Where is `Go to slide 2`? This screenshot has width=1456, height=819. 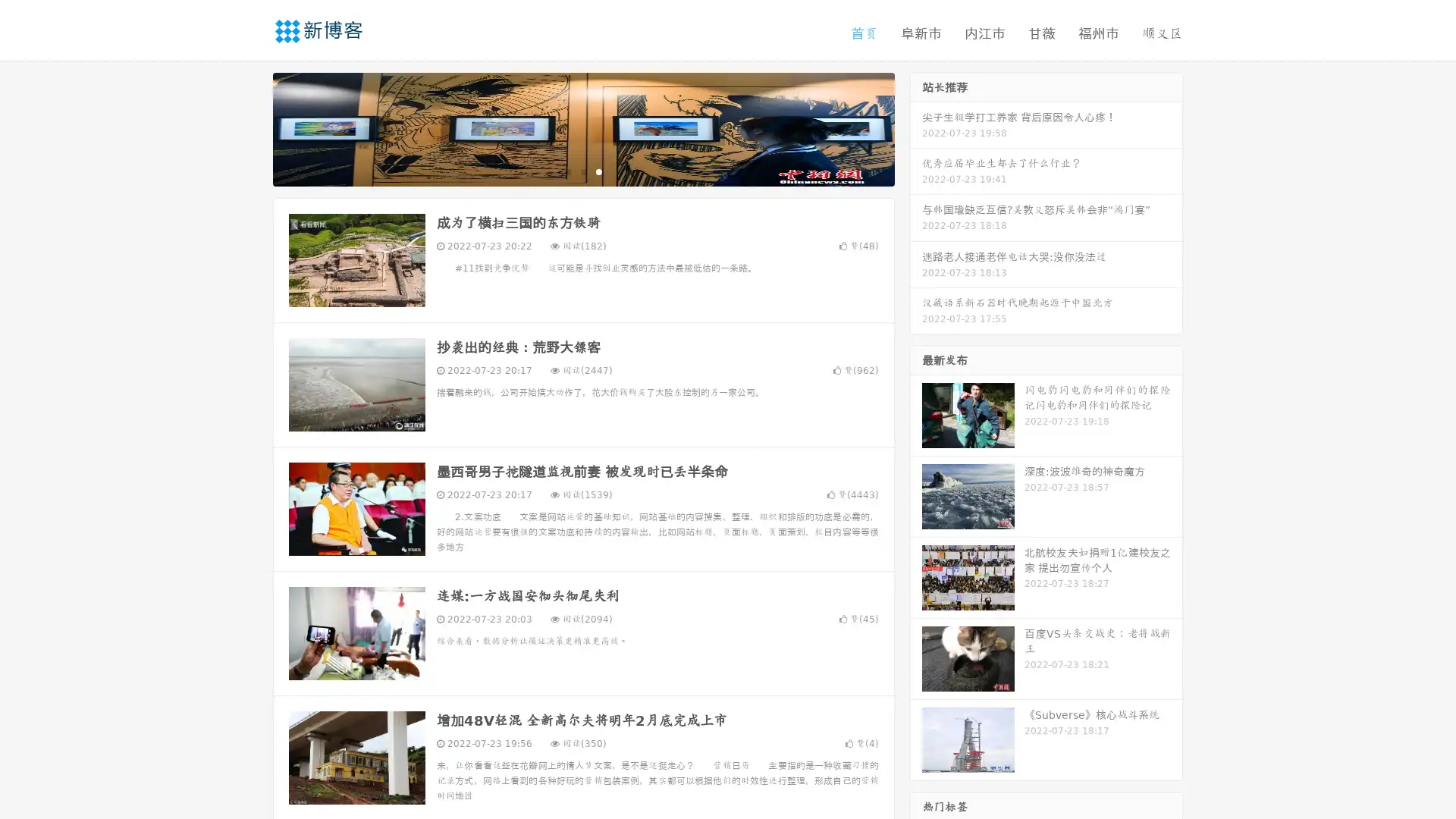
Go to slide 2 is located at coordinates (582, 171).